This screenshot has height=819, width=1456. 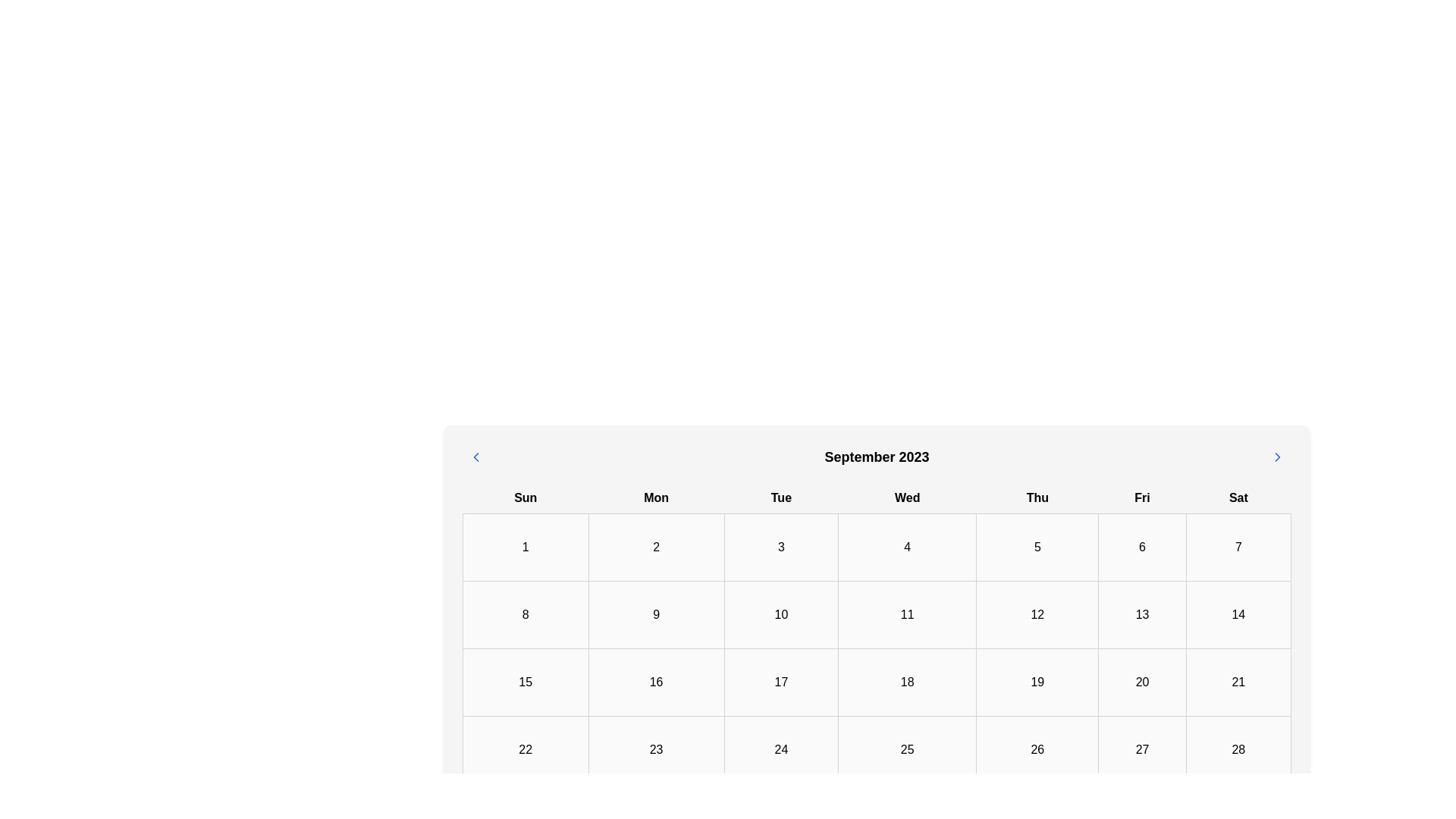 I want to click on the label displaying 'Sun' in bold black font, located at the far left of the calendar header, so click(x=526, y=498).